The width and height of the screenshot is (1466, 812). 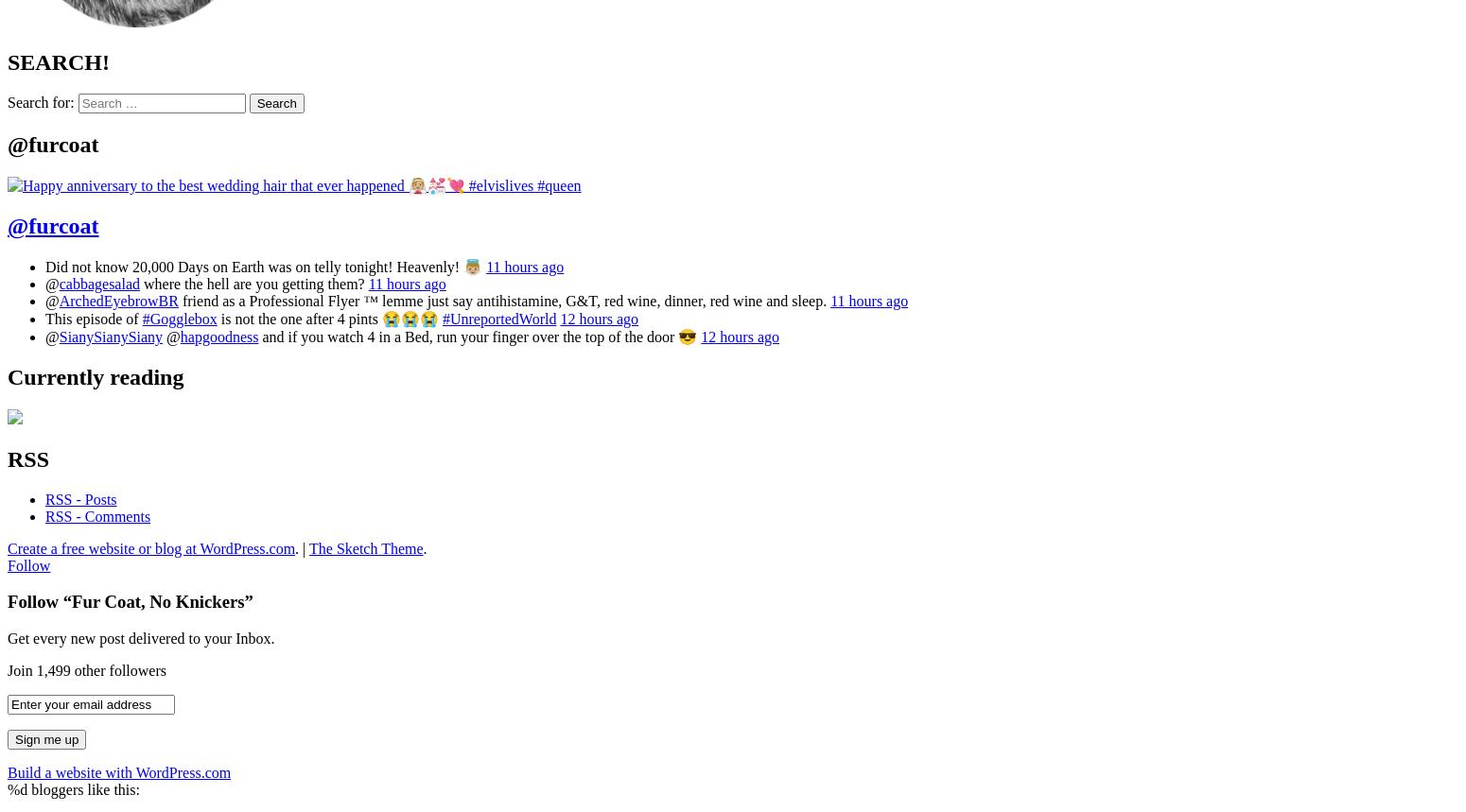 What do you see at coordinates (140, 638) in the screenshot?
I see `'Get every new post delivered to your Inbox.'` at bounding box center [140, 638].